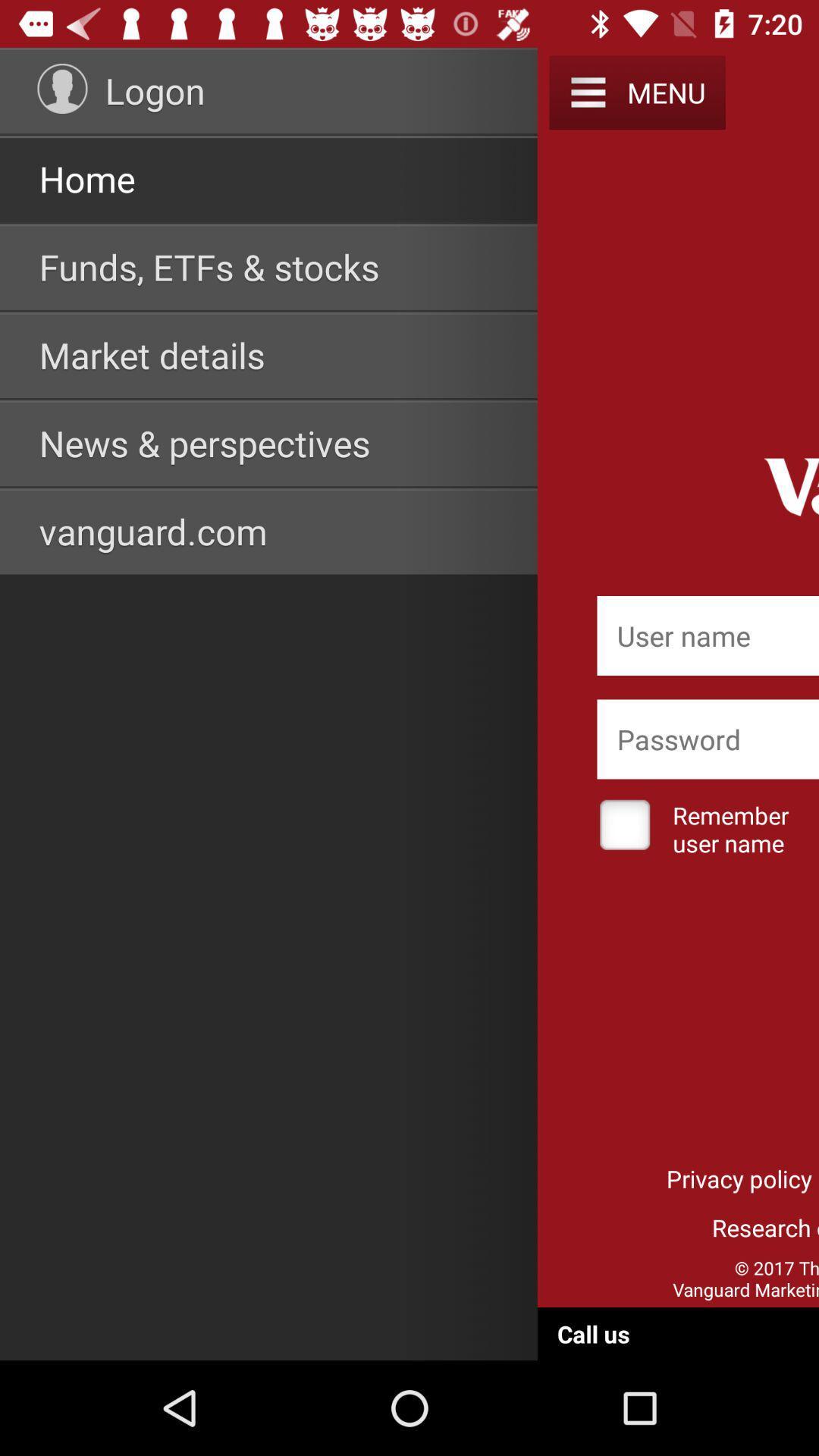  What do you see at coordinates (61, 87) in the screenshot?
I see `icon next to logon icon` at bounding box center [61, 87].